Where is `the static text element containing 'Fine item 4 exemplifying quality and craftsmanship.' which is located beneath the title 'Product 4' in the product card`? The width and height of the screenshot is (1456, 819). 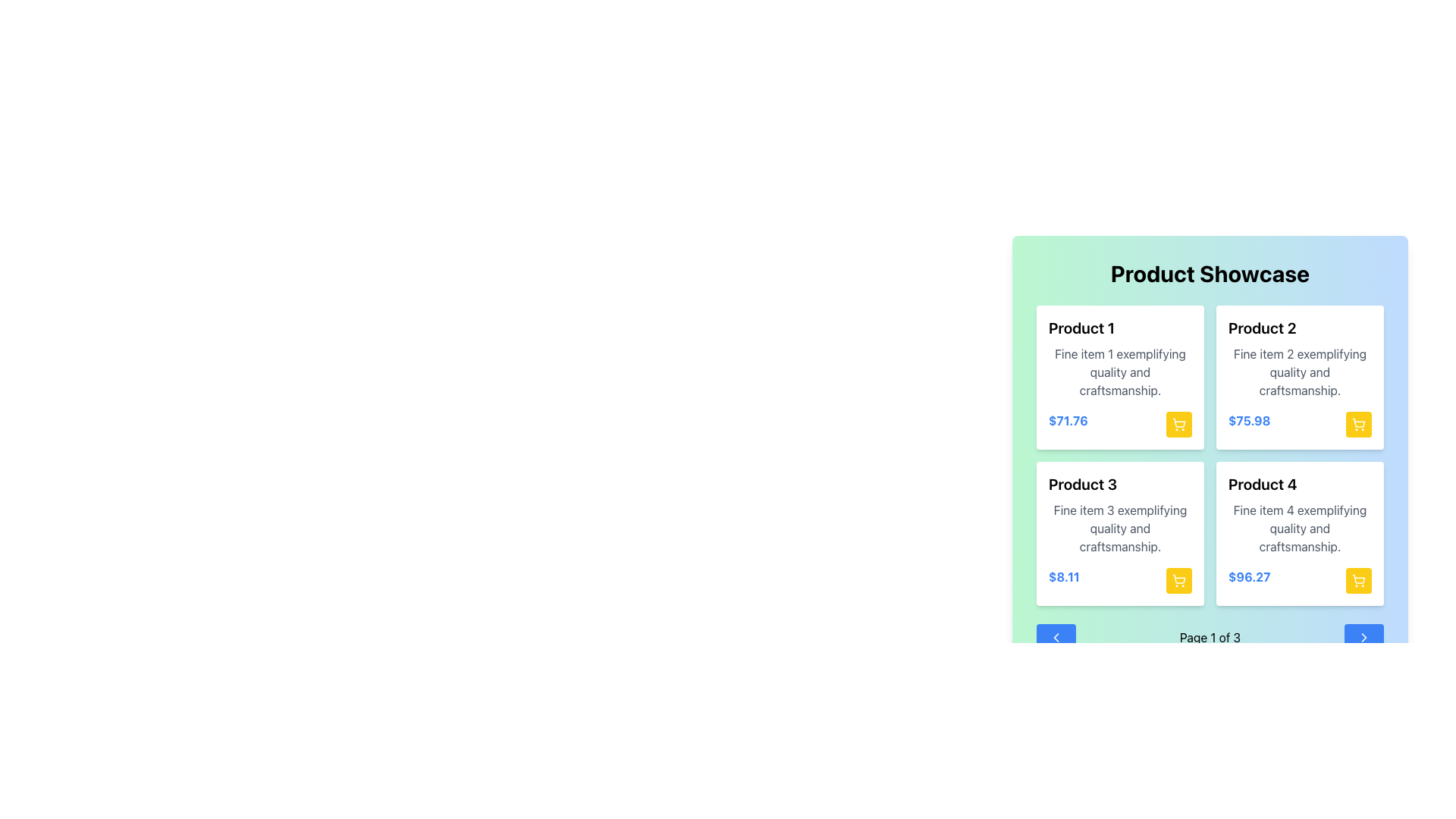 the static text element containing 'Fine item 4 exemplifying quality and craftsmanship.' which is located beneath the title 'Product 4' in the product card is located at coordinates (1299, 528).